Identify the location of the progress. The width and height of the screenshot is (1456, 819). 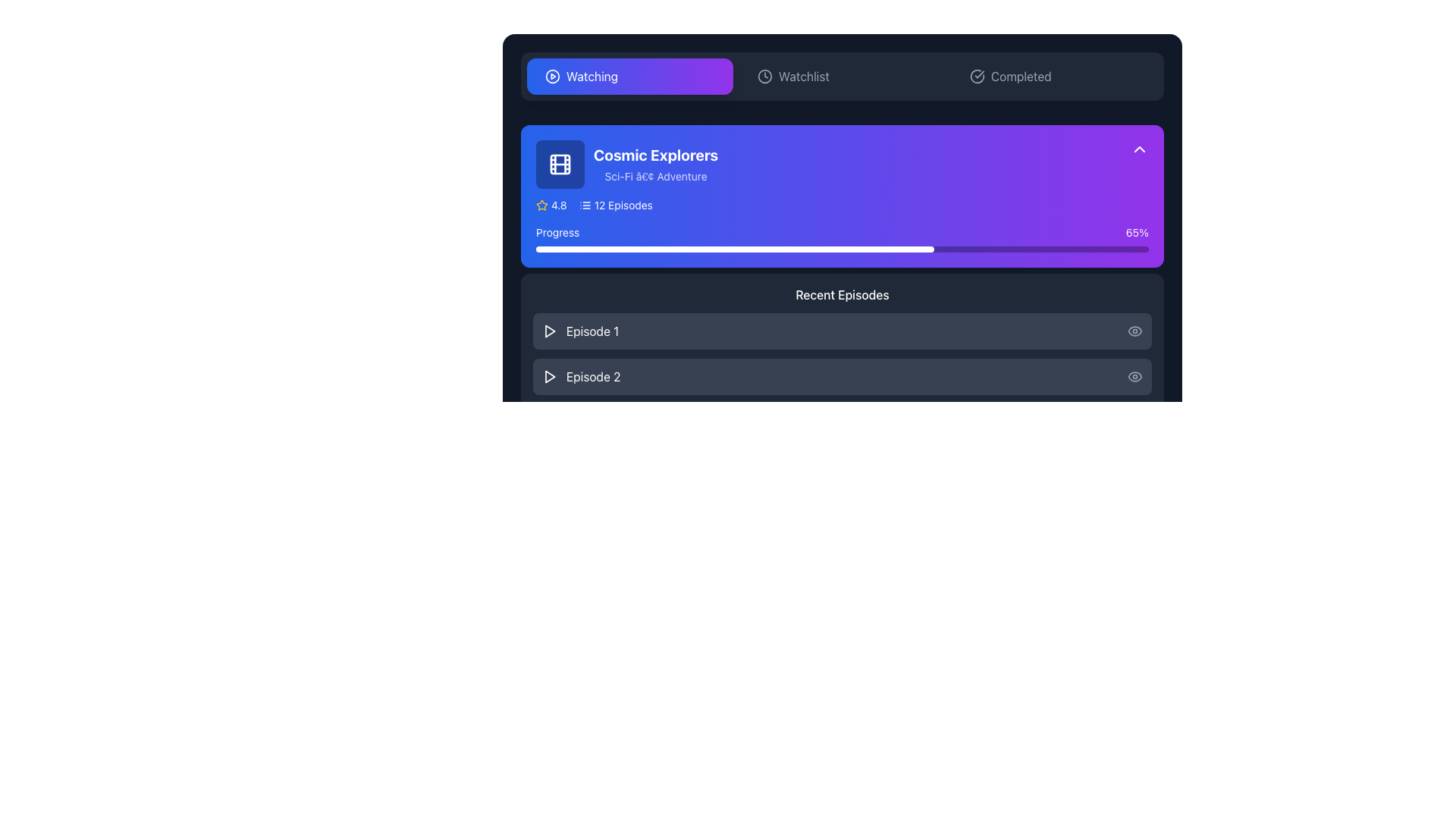
(744, 595).